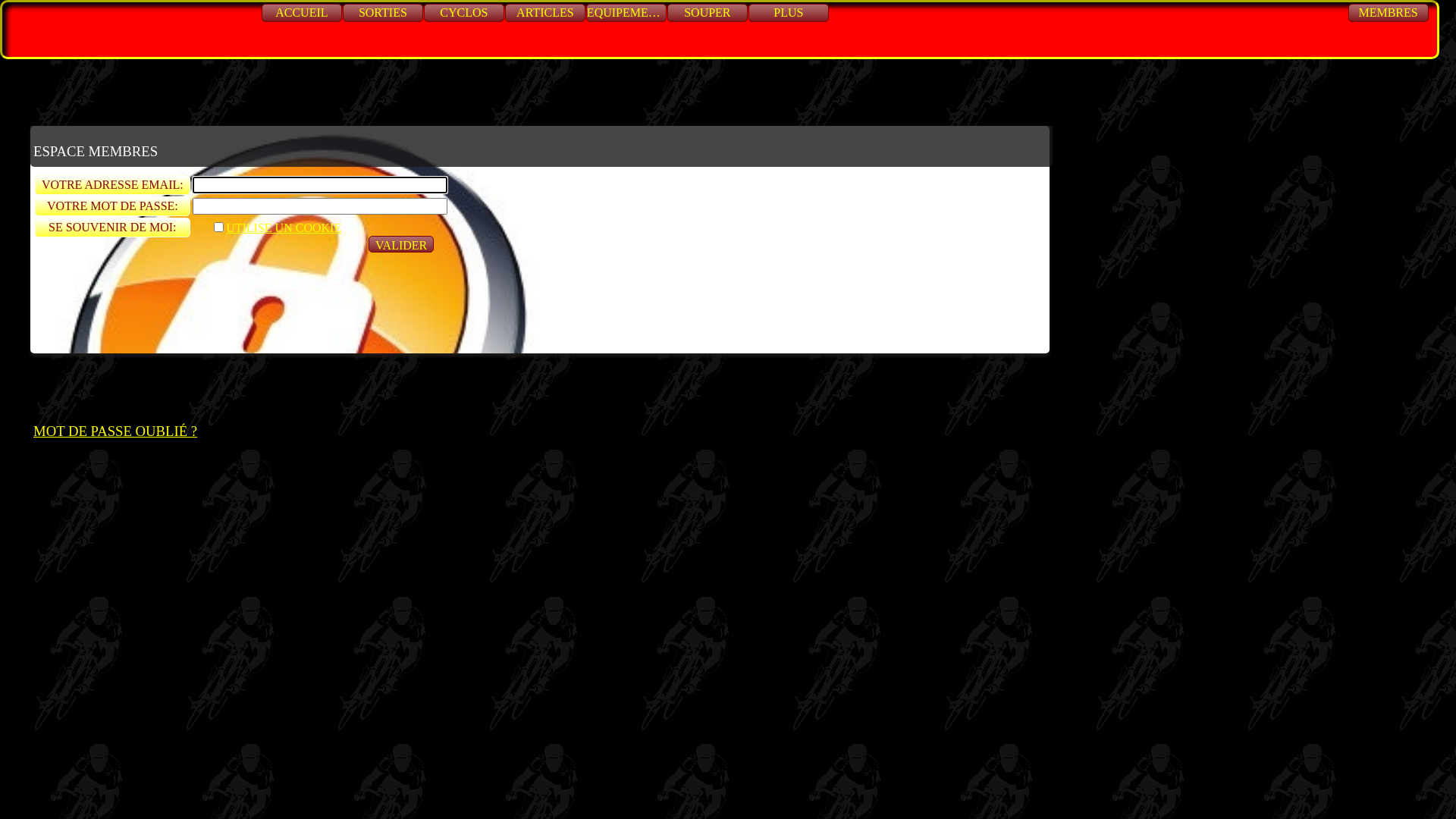  Describe the element at coordinates (789, 12) in the screenshot. I see `'PLUS'` at that location.